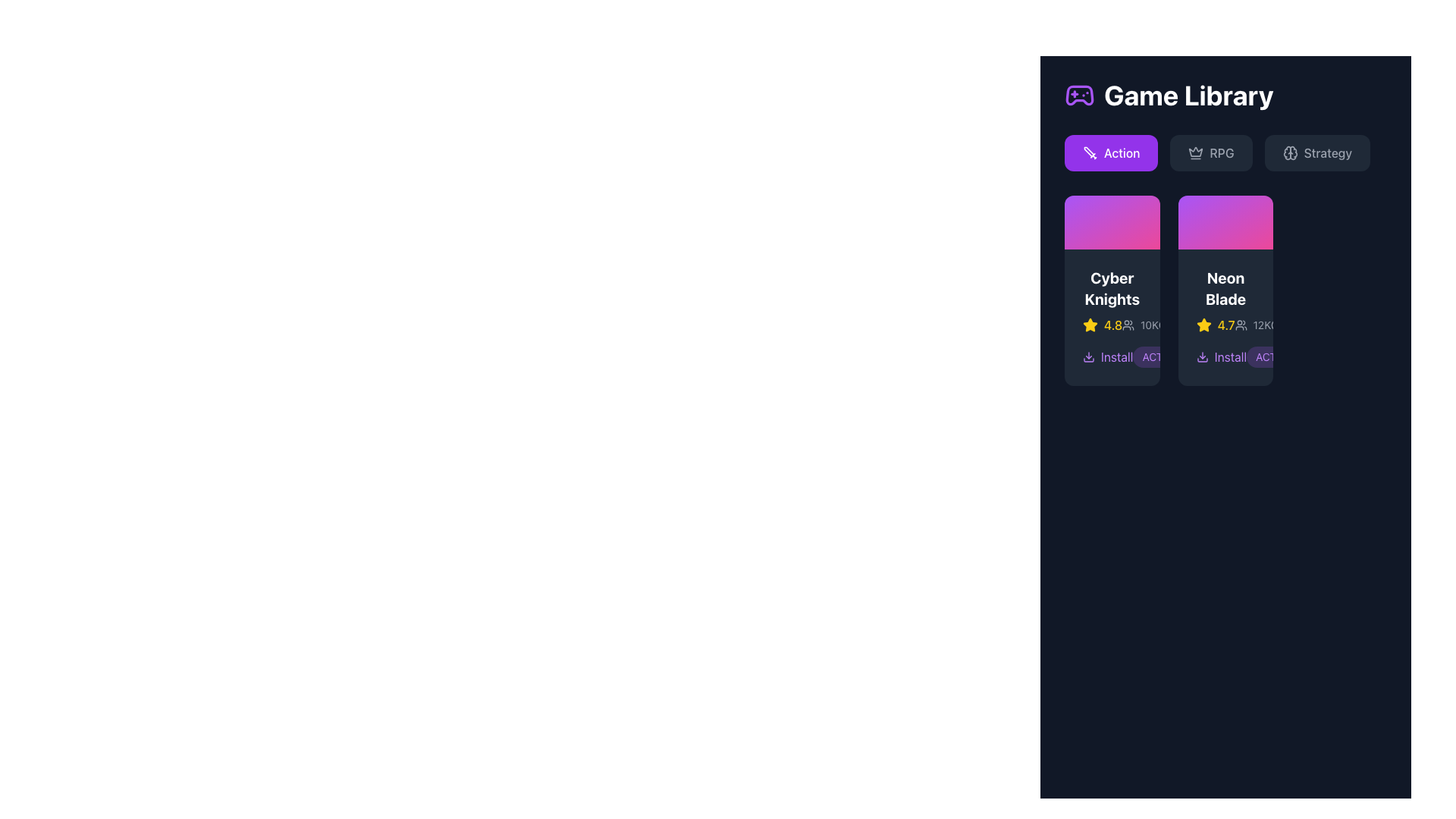 The image size is (1456, 819). I want to click on the purple game controller icon located to the left of the 'Game Library' header at the top-left corner of the interface, so click(1079, 96).